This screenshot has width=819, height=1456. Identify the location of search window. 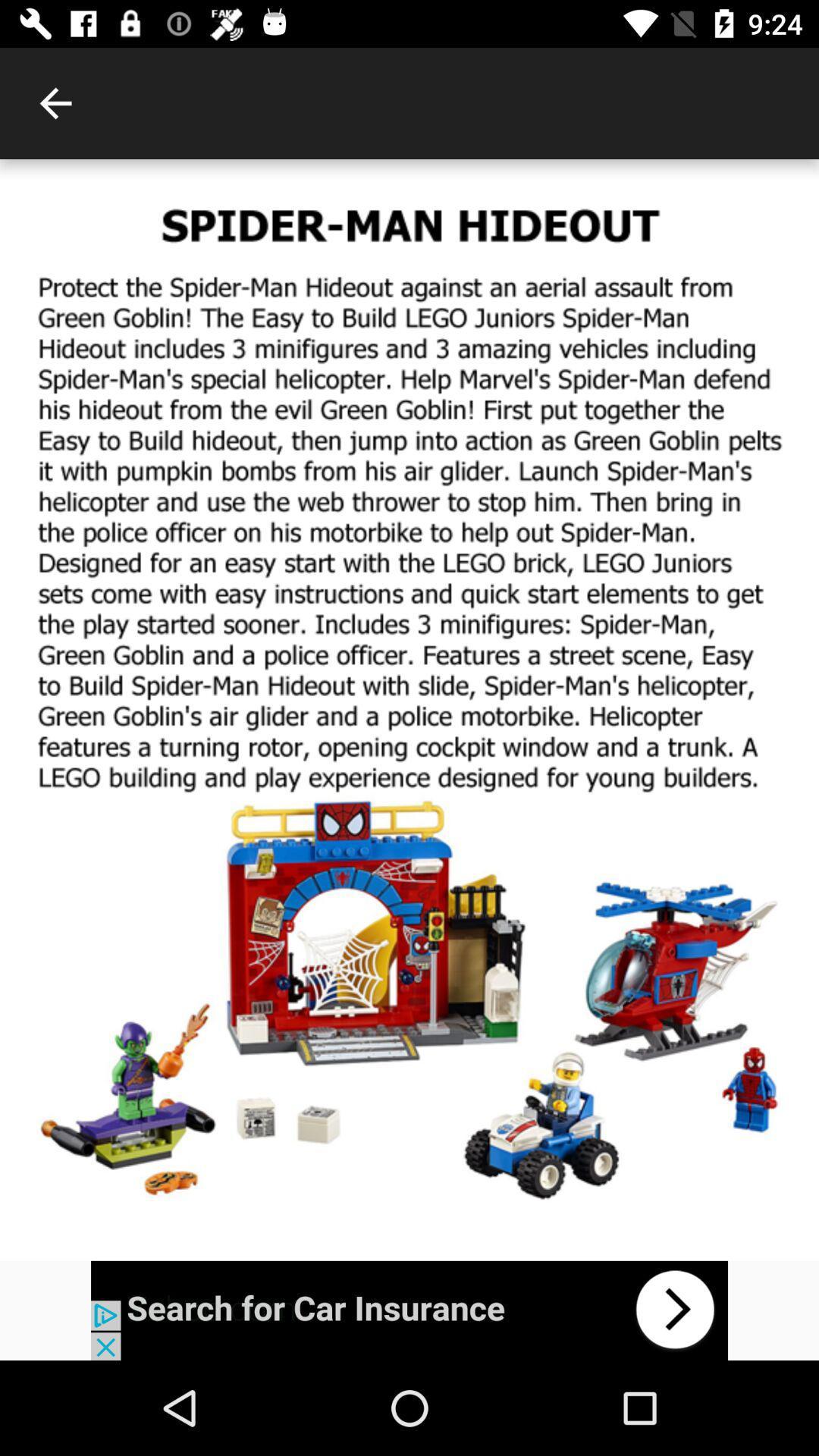
(409, 1310).